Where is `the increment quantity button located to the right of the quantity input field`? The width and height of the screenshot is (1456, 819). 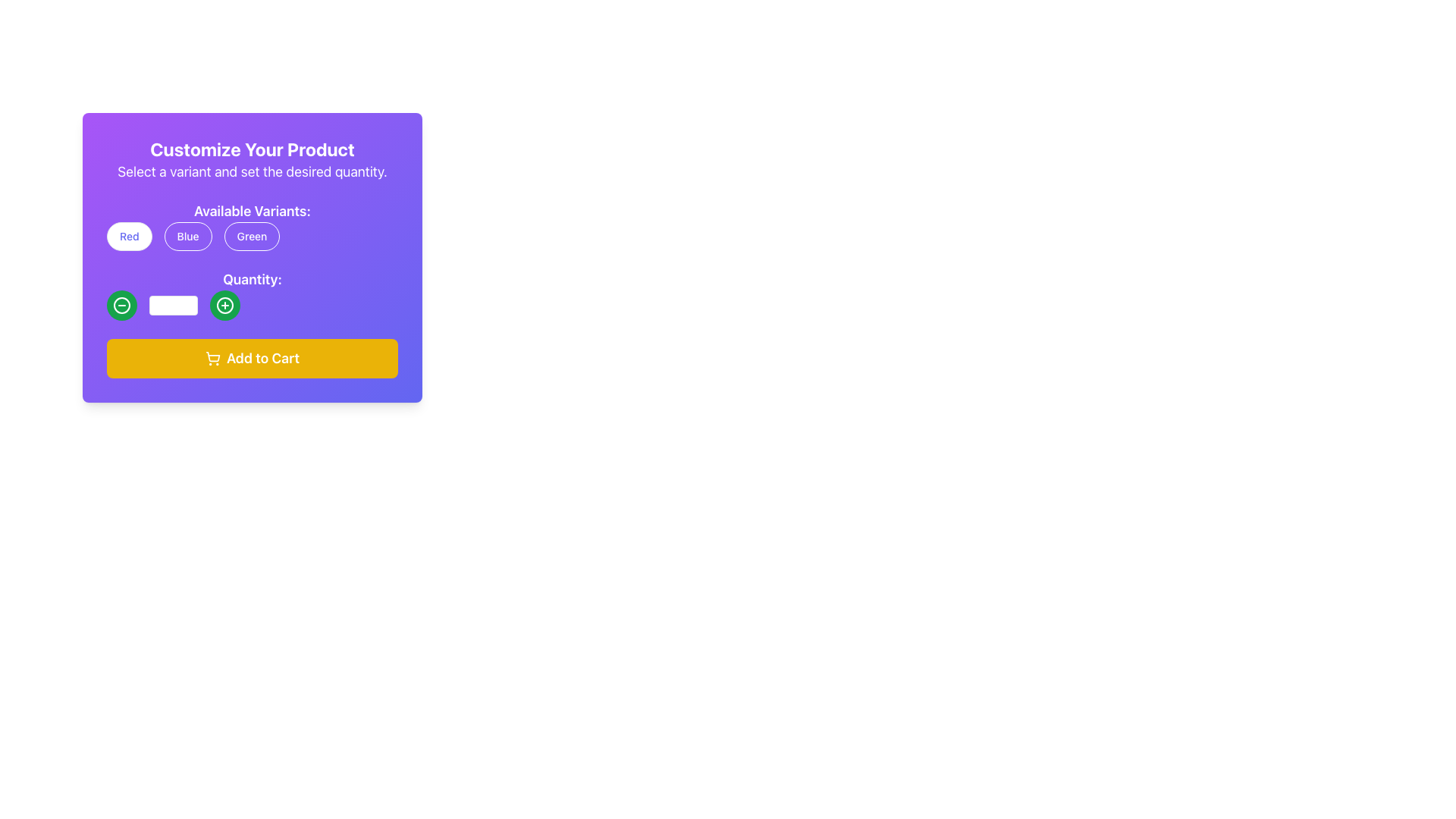
the increment quantity button located to the right of the quantity input field is located at coordinates (224, 305).